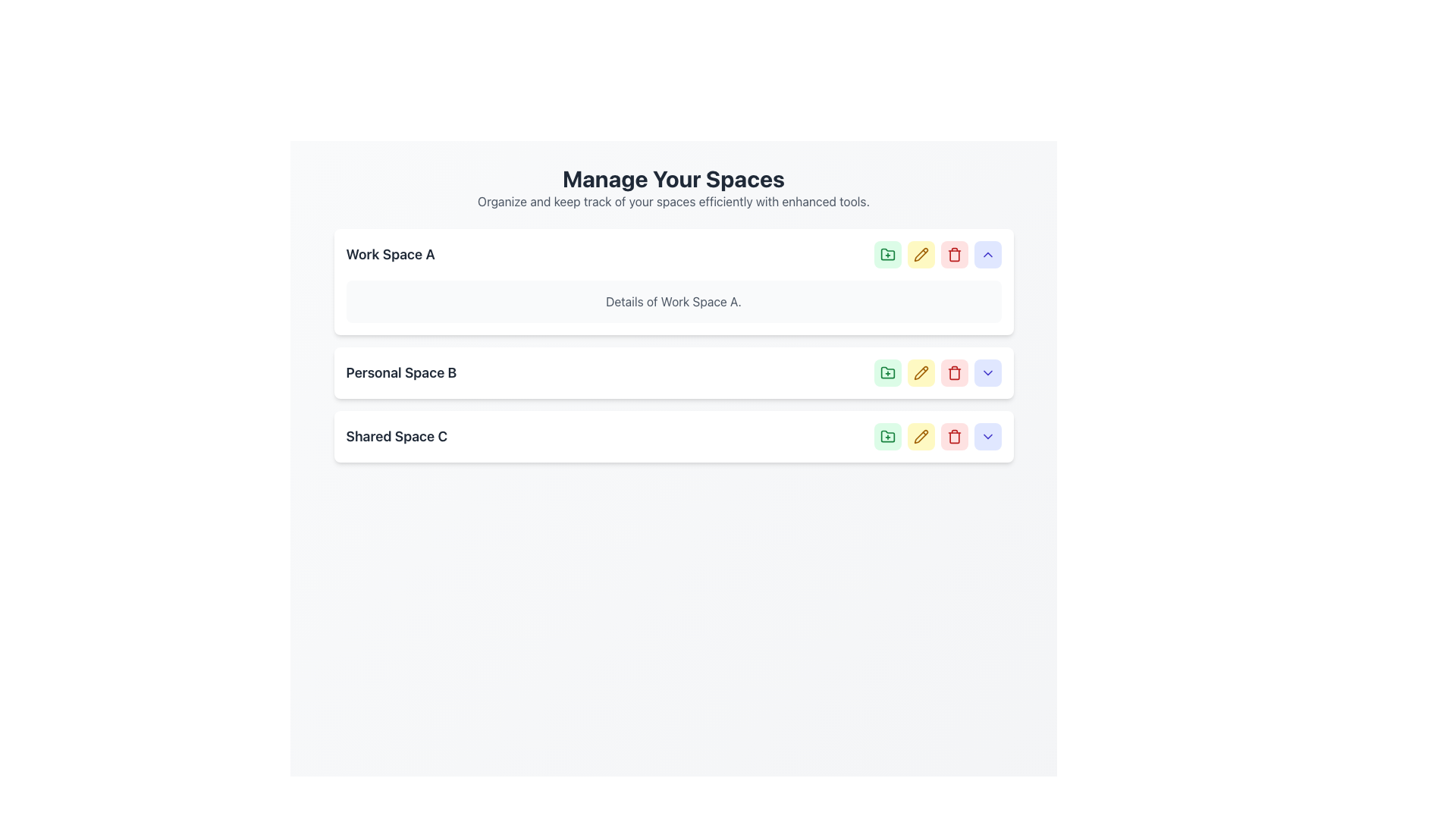 The image size is (1456, 819). Describe the element at coordinates (953, 373) in the screenshot. I see `the trash can icon button, which is a red SVG graphic with a light red background, located in the control bar of 'Work Space A' as the third icon from the left` at that location.